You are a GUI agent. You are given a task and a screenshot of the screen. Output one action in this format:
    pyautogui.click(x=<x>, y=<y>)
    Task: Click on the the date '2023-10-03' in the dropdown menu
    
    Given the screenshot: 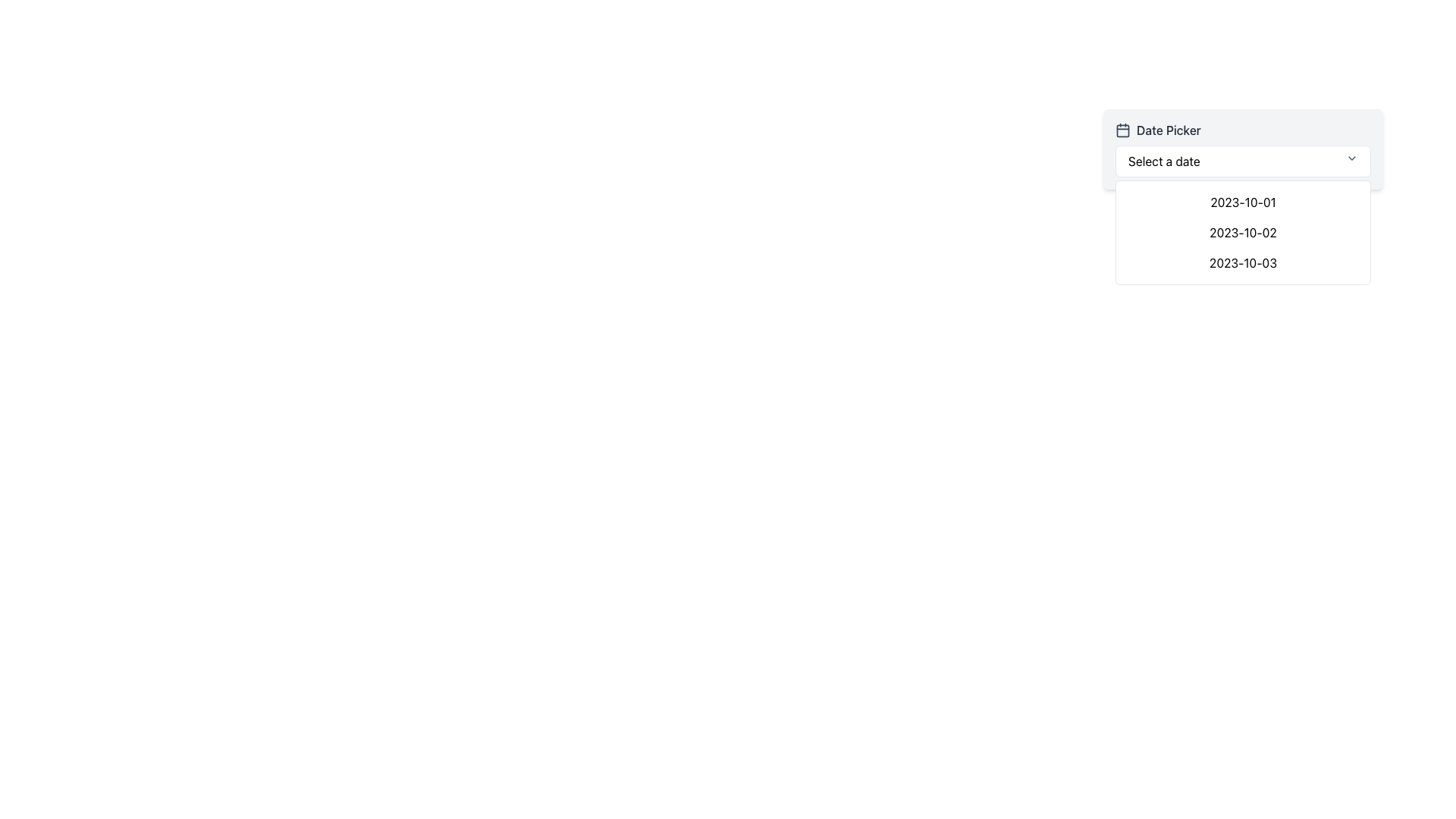 What is the action you would take?
    pyautogui.click(x=1243, y=262)
    